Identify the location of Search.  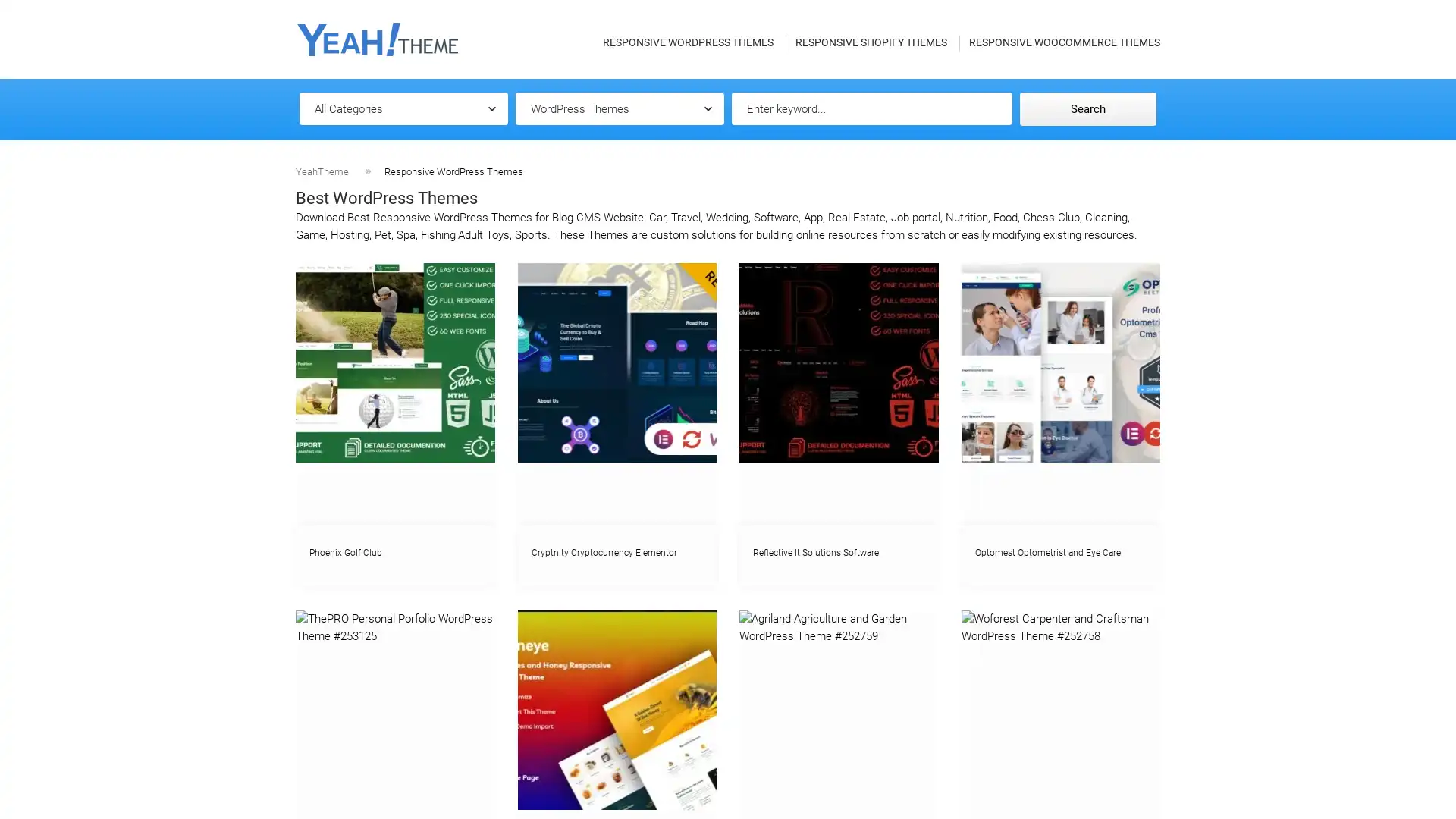
(1087, 108).